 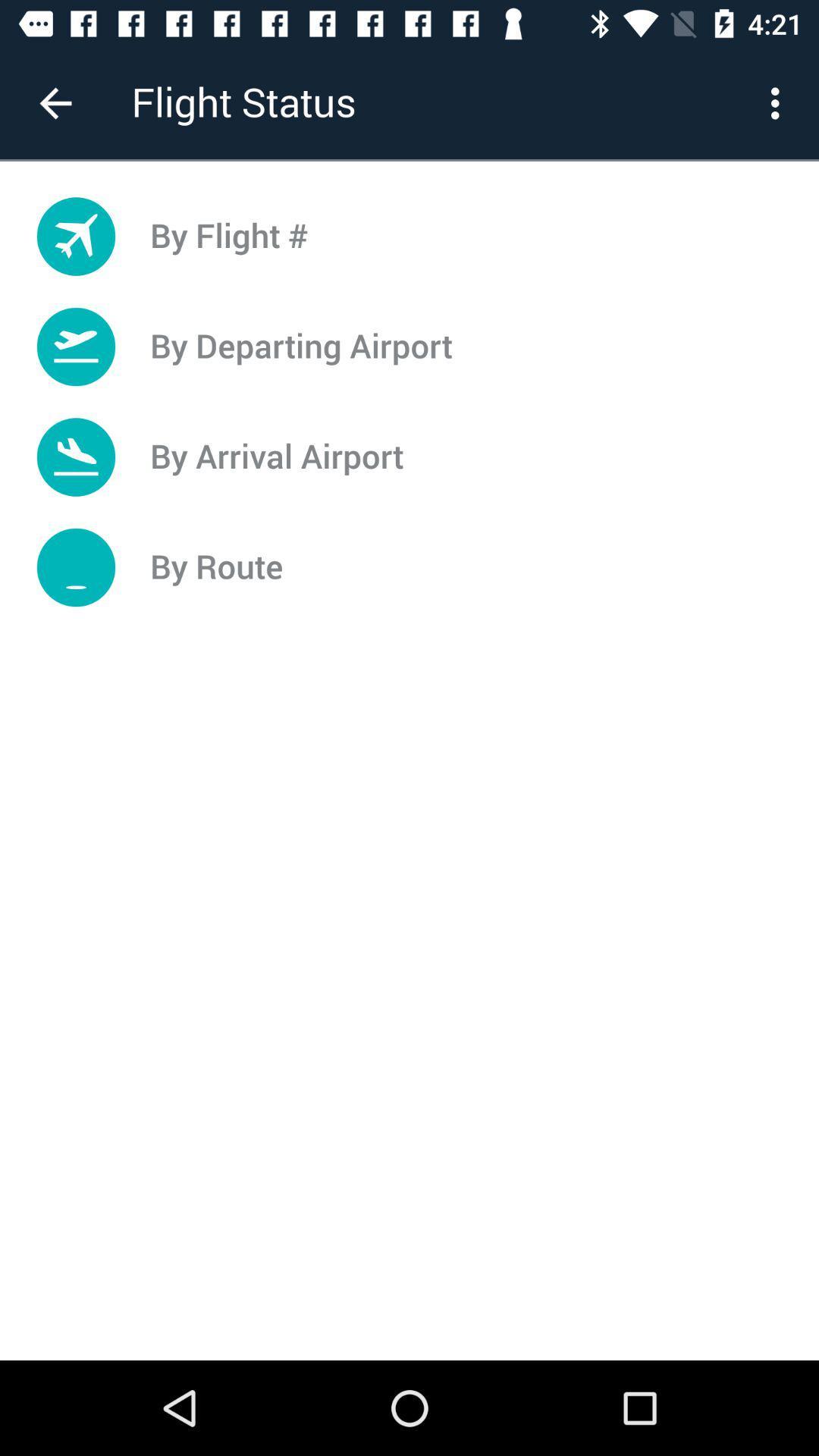 I want to click on item next to the flight status icon, so click(x=779, y=102).